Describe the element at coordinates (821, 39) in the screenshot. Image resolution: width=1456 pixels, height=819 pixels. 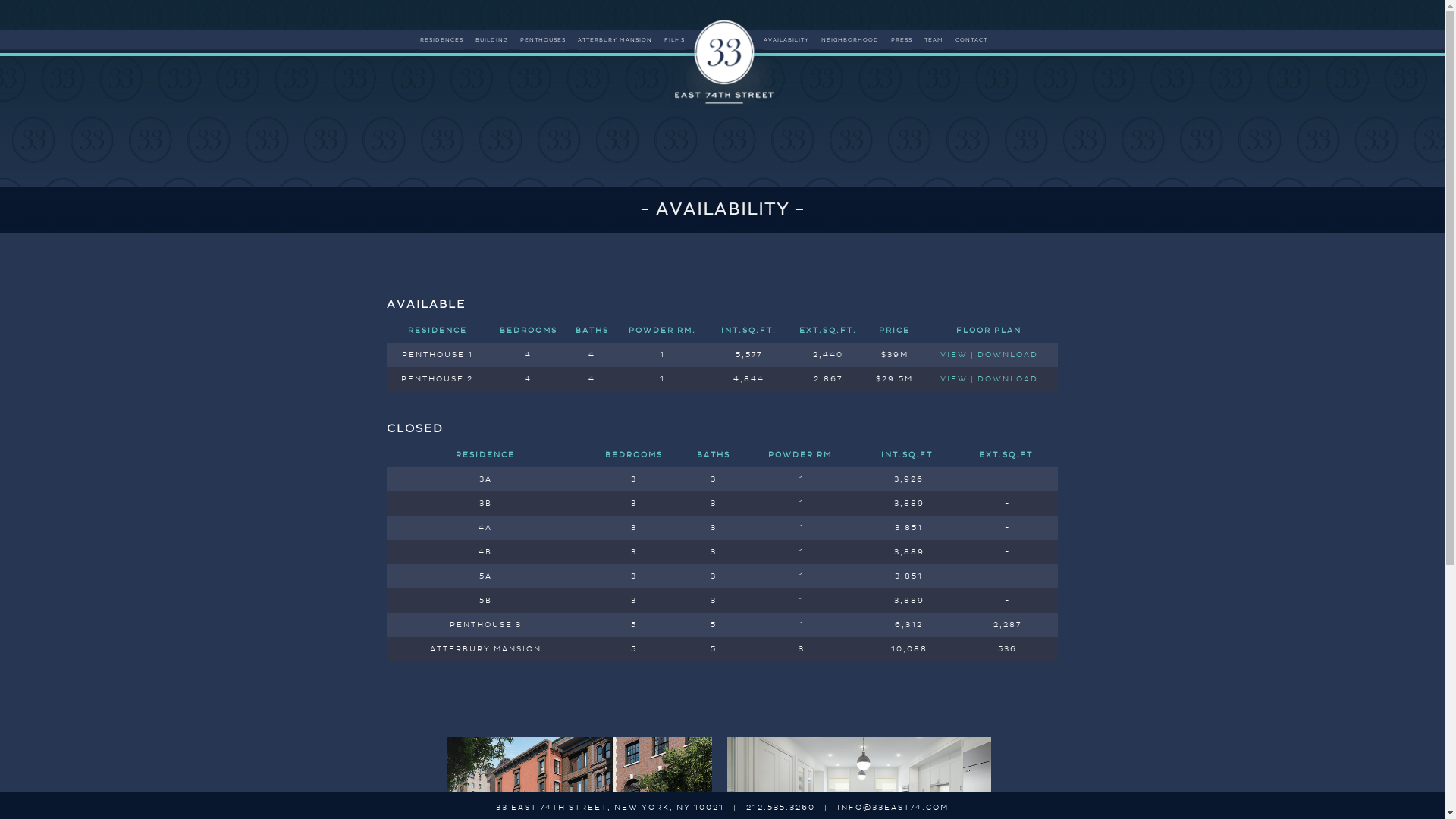
I see `'NEIGHBORHOOD'` at that location.